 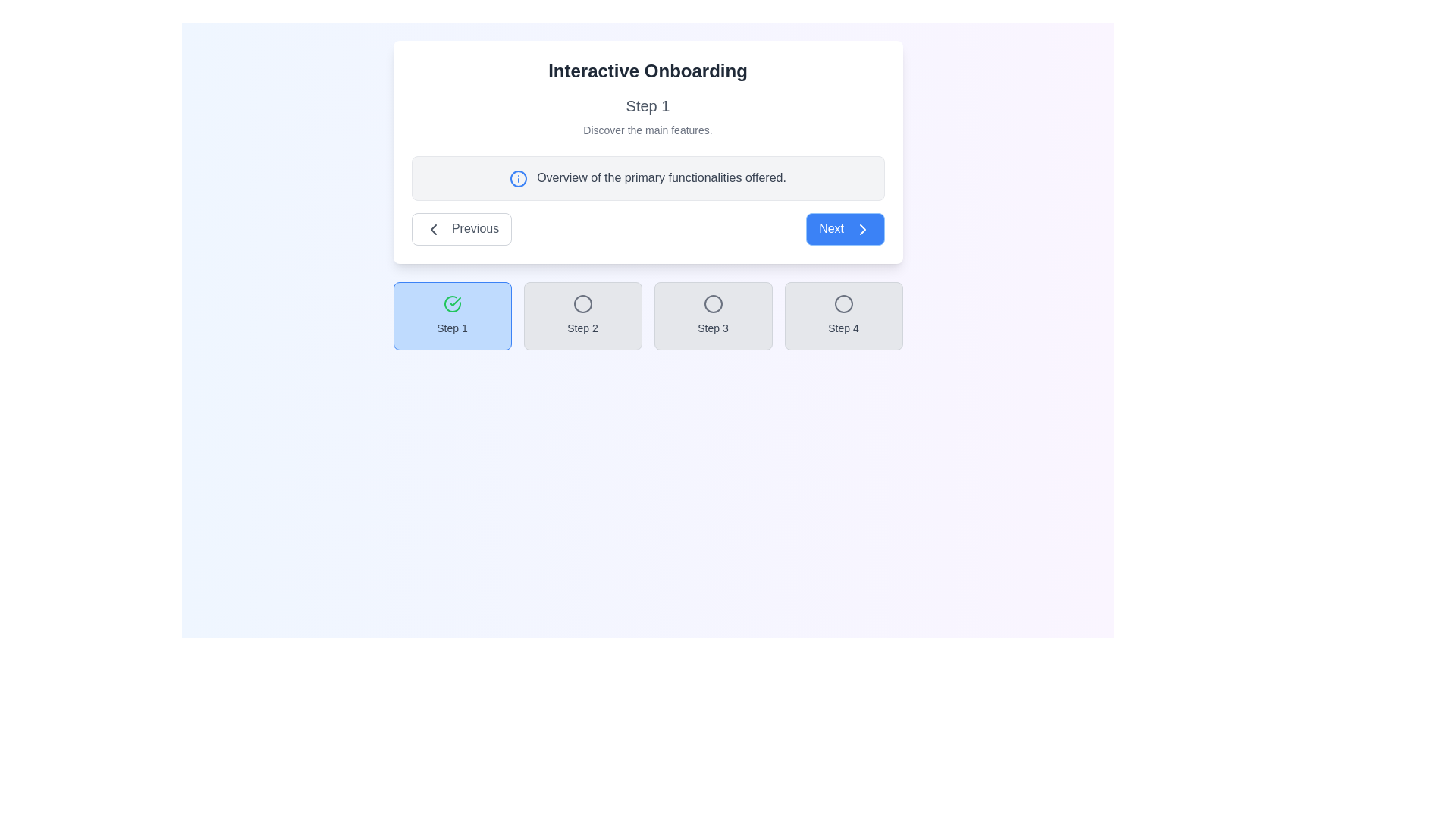 What do you see at coordinates (648, 315) in the screenshot?
I see `the Progress indicator grid items` at bounding box center [648, 315].